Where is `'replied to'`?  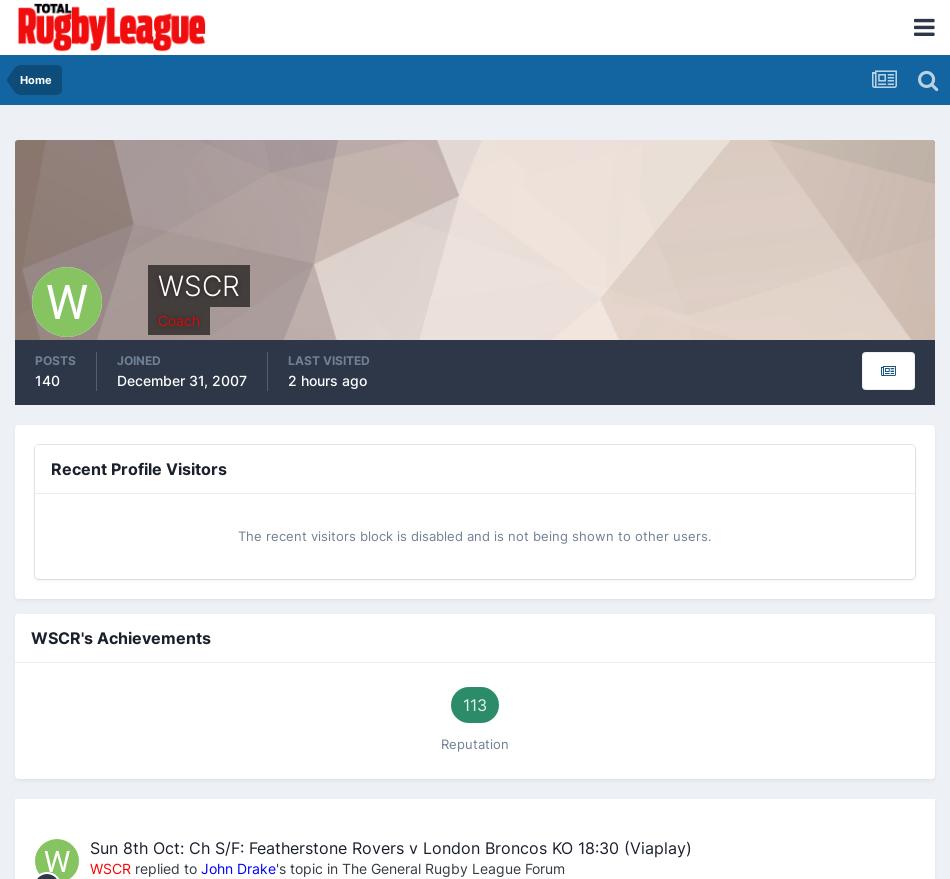 'replied to' is located at coordinates (131, 868).